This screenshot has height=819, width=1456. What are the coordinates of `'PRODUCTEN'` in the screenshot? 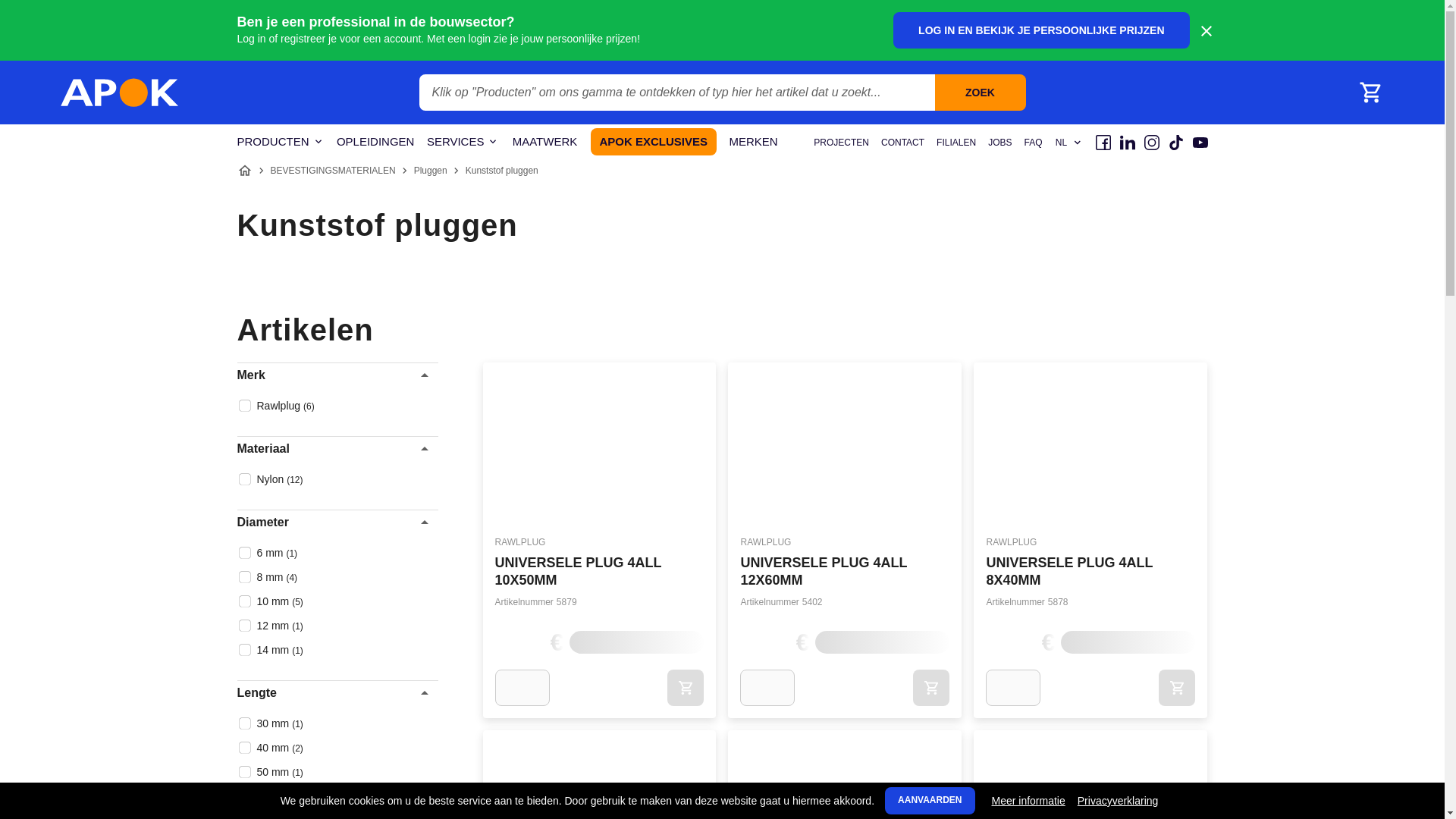 It's located at (280, 142).